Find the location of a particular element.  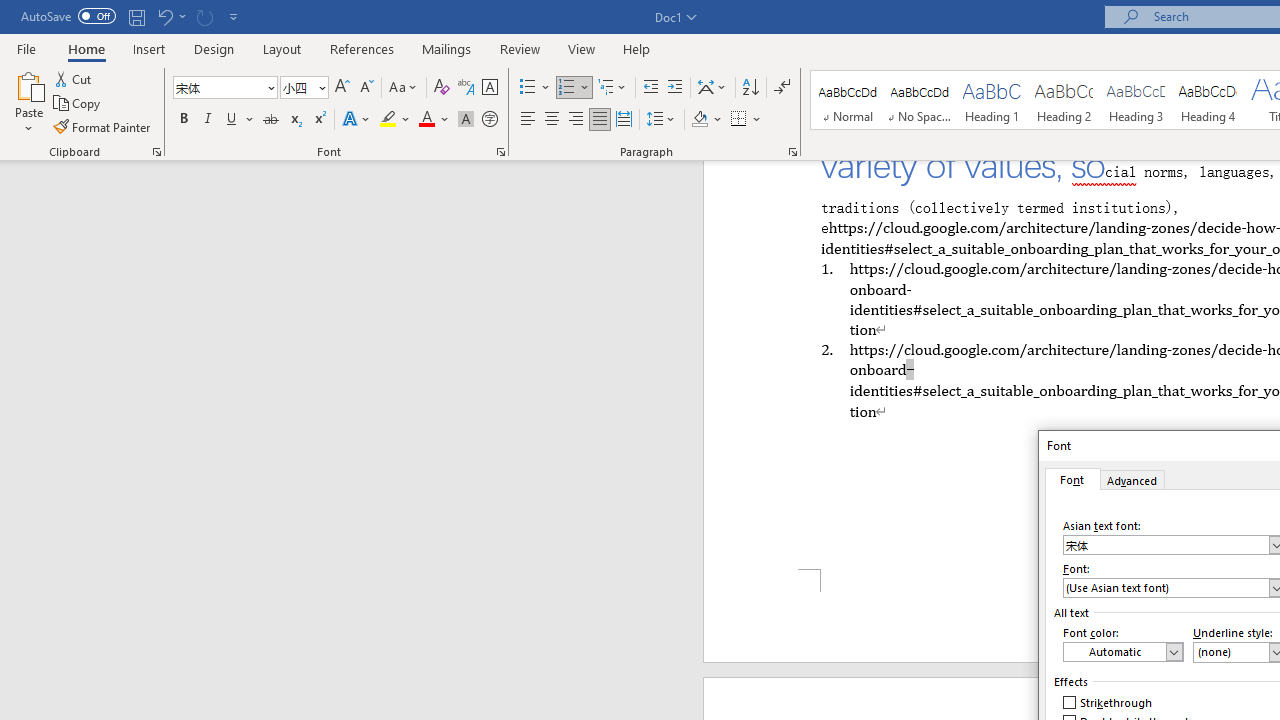

'Strikethrough' is located at coordinates (1107, 702).